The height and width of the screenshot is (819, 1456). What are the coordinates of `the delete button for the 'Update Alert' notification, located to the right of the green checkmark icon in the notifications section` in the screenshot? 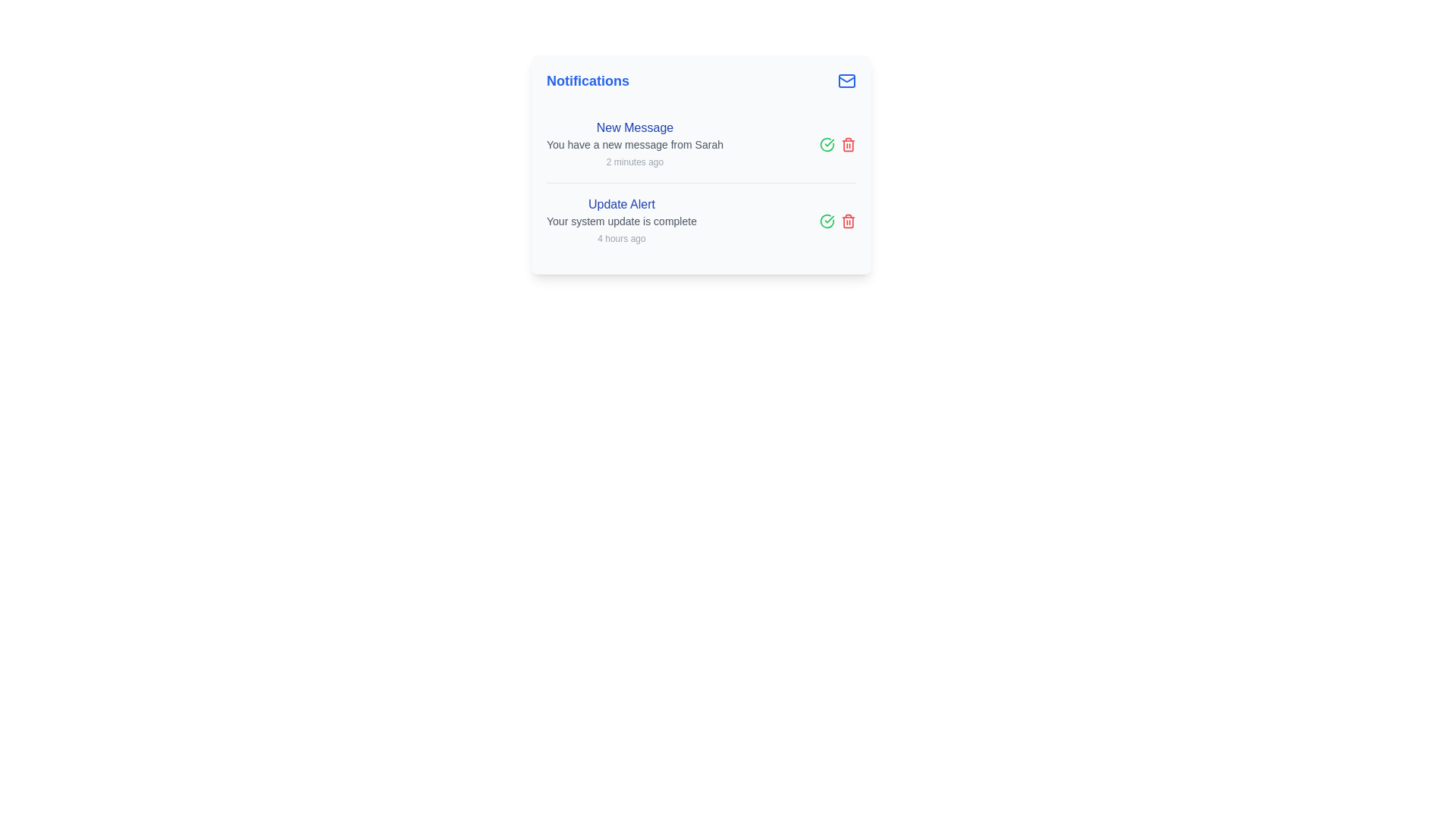 It's located at (847, 221).